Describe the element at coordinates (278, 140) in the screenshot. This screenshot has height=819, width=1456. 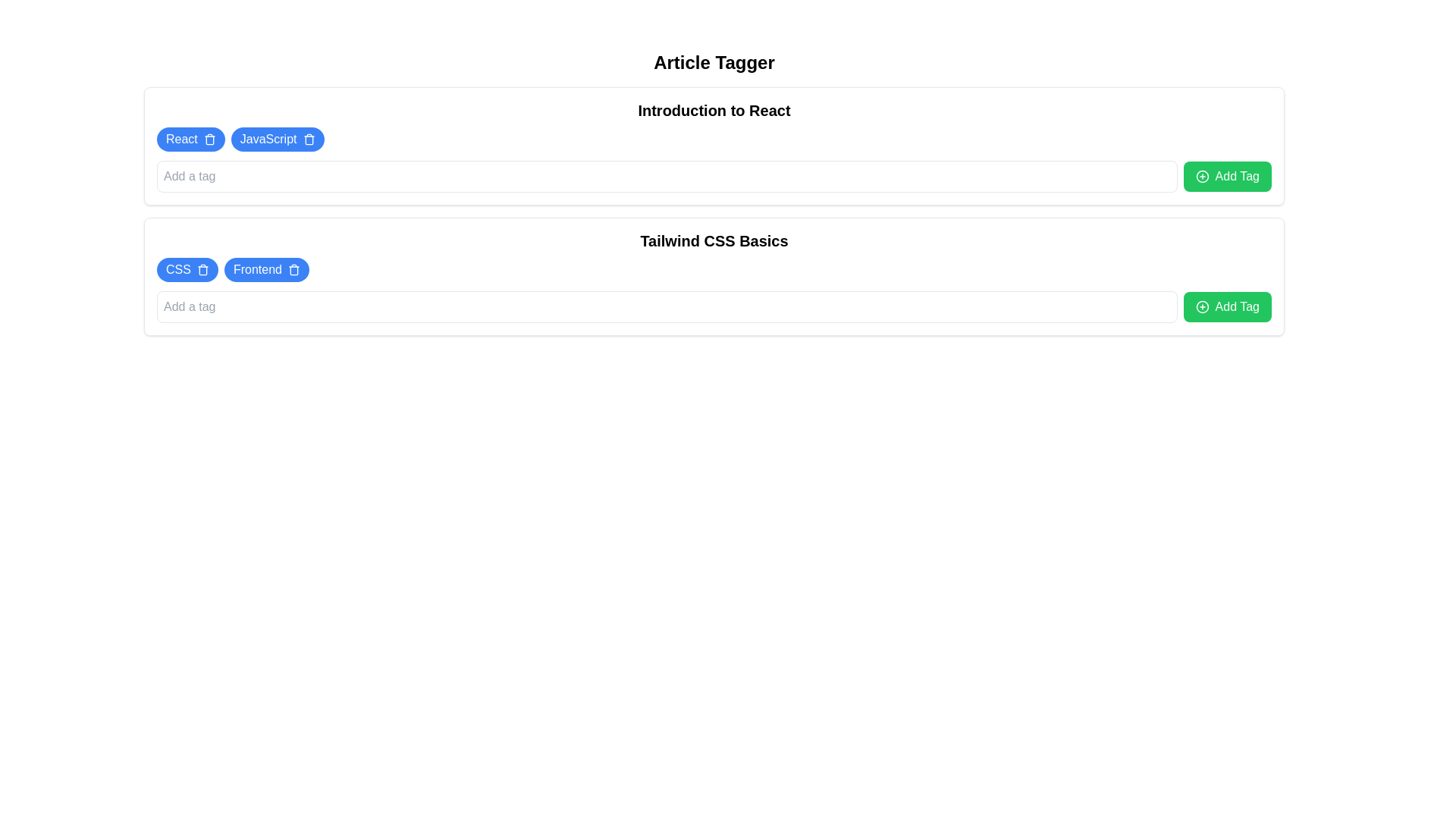
I see `the second interactive tag labeled 'JavaScript'` at that location.